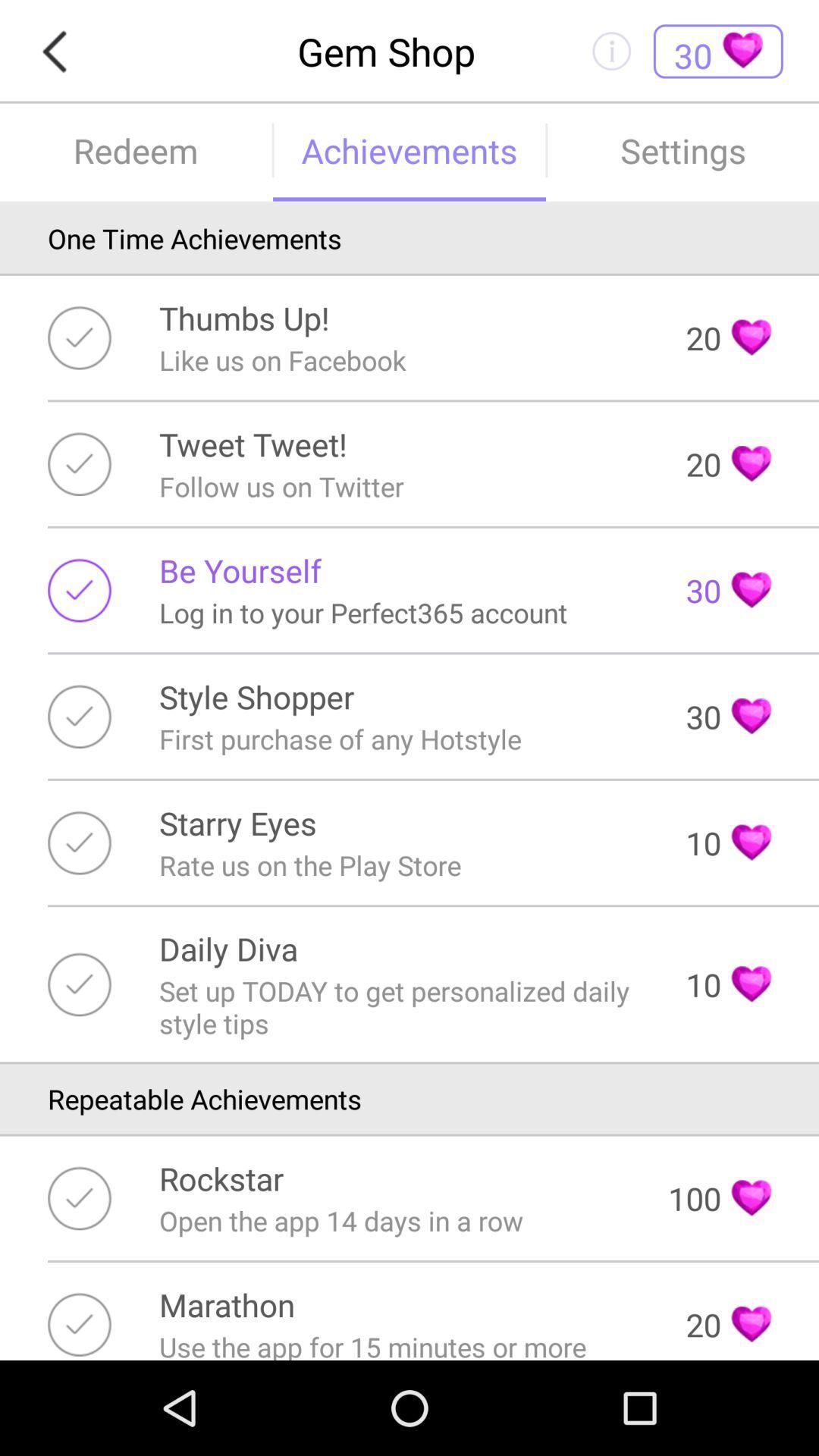  I want to click on the item above the log in to, so click(239, 570).